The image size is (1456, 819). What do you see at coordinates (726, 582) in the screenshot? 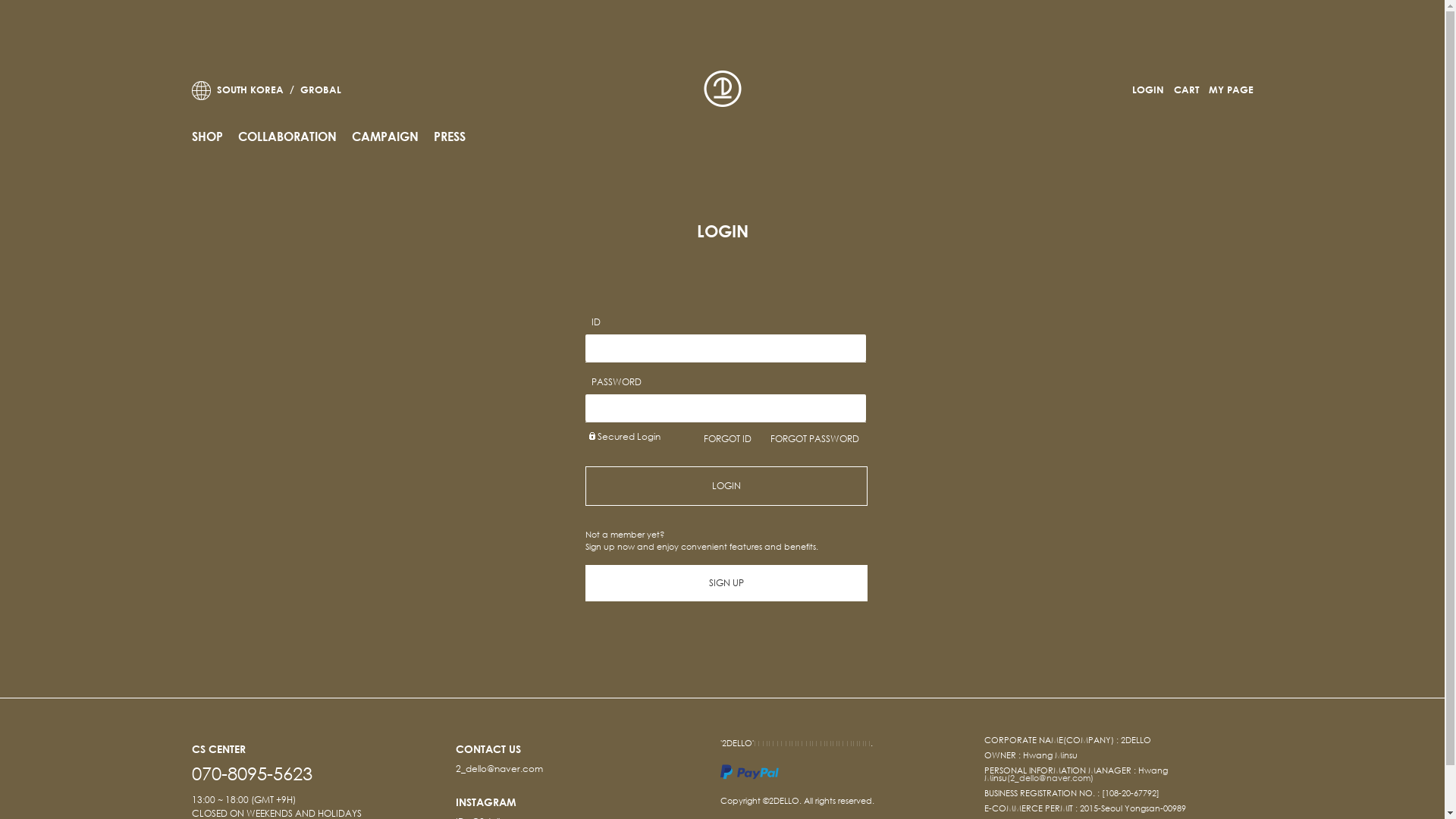
I see `'SIGN UP'` at bounding box center [726, 582].